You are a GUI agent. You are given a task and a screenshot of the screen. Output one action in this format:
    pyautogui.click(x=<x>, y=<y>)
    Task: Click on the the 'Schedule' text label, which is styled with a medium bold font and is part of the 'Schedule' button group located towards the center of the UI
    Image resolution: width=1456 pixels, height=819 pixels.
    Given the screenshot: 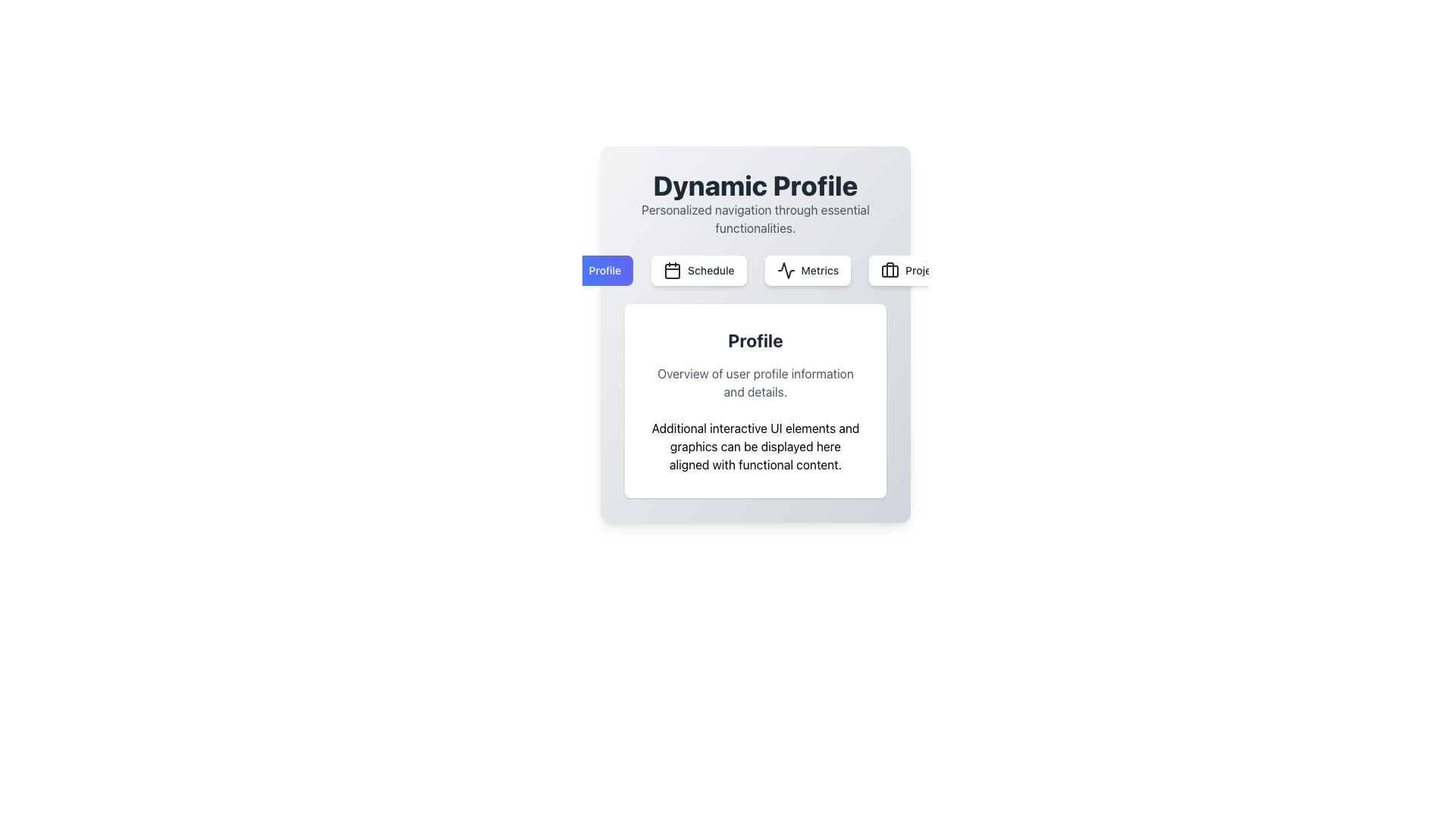 What is the action you would take?
    pyautogui.click(x=710, y=270)
    